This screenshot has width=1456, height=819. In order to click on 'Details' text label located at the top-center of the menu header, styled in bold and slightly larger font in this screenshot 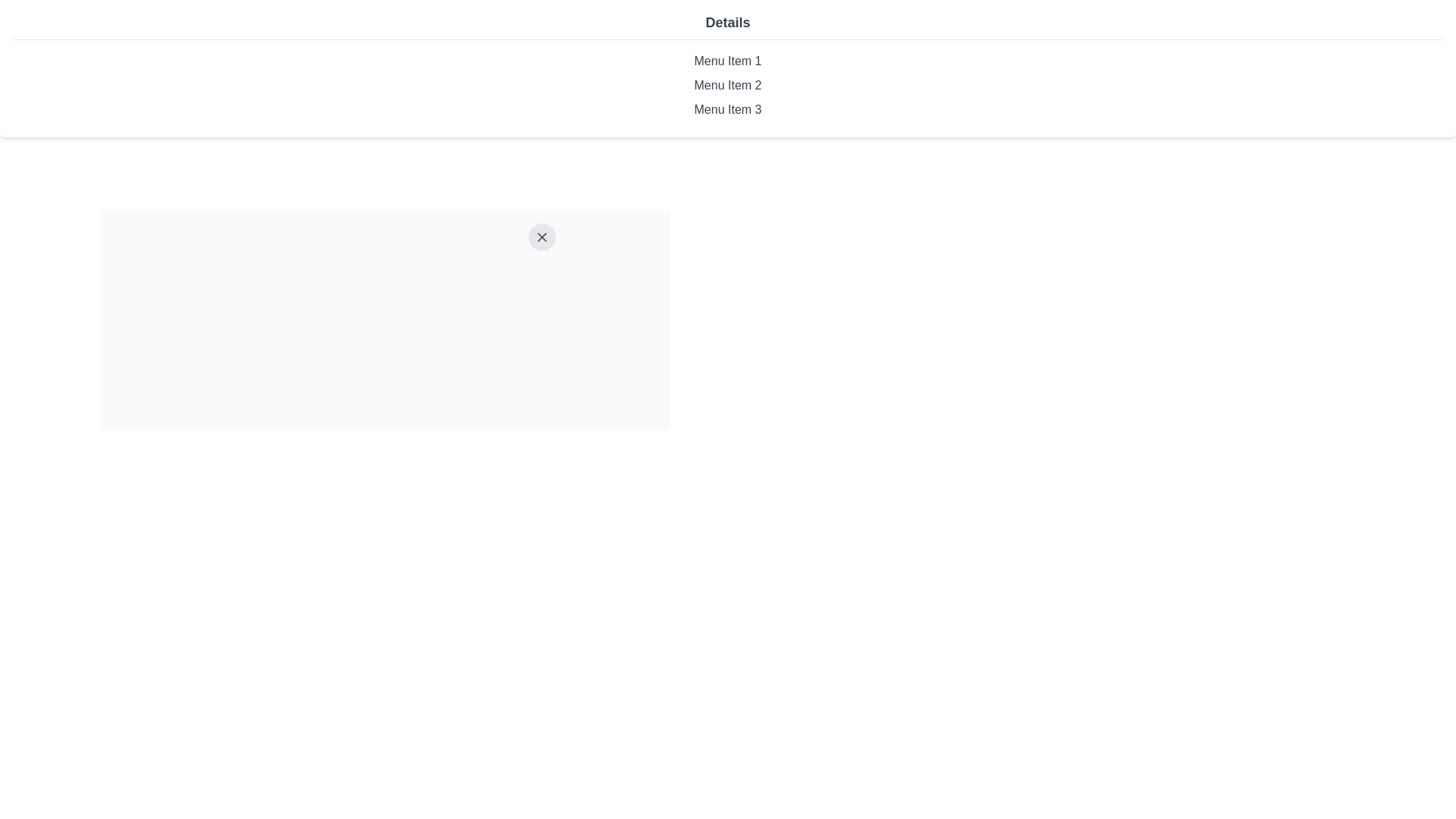, I will do `click(728, 26)`.